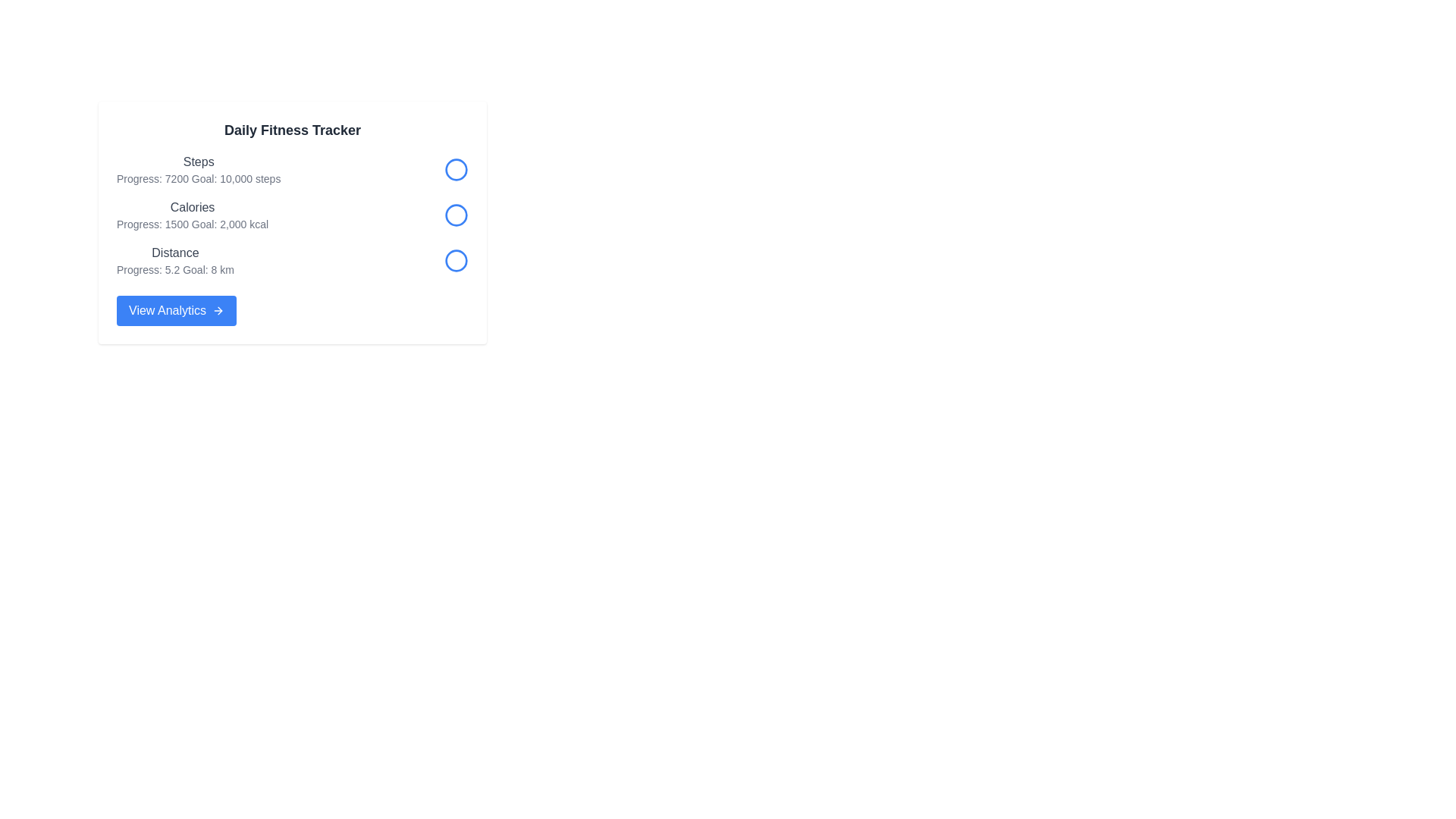 The height and width of the screenshot is (819, 1456). Describe the element at coordinates (292, 215) in the screenshot. I see `information displayed in the 'Calories' TextBlockWithIcon, which shows 'Progress: 1500 Goal: 2,000 kcal'` at that location.